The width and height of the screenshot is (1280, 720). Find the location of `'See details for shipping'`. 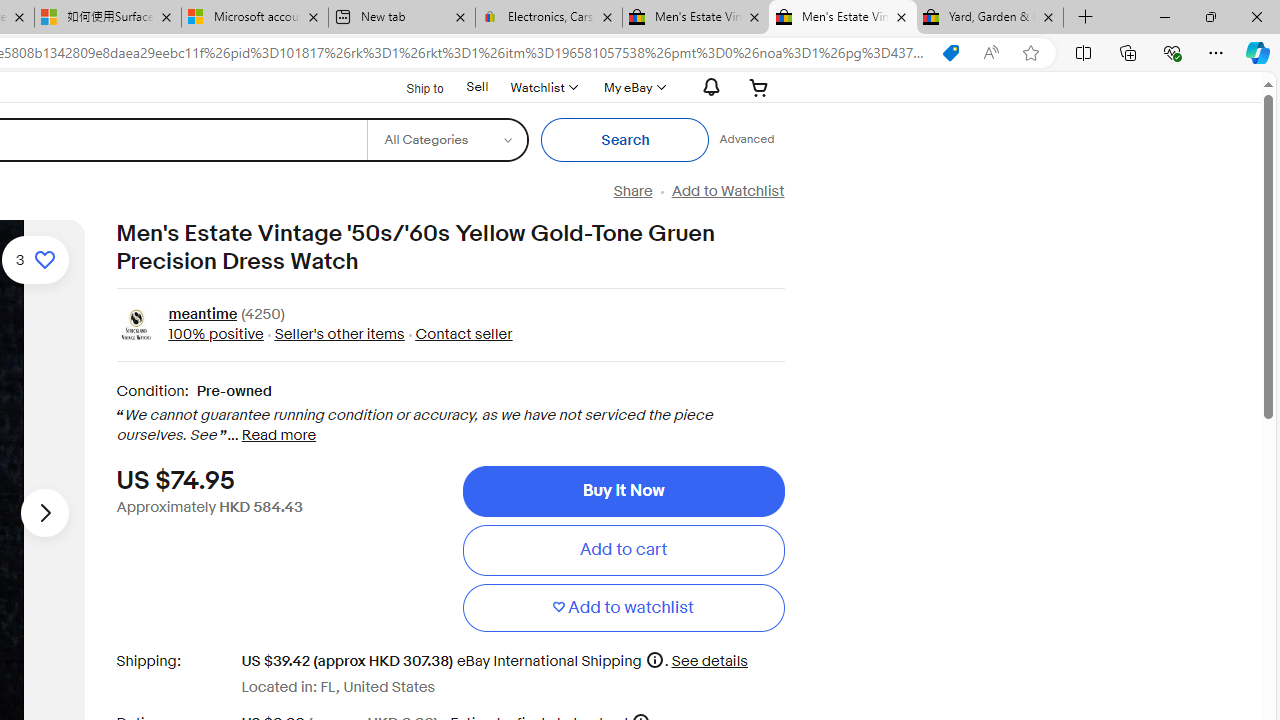

'See details for shipping' is located at coordinates (709, 660).